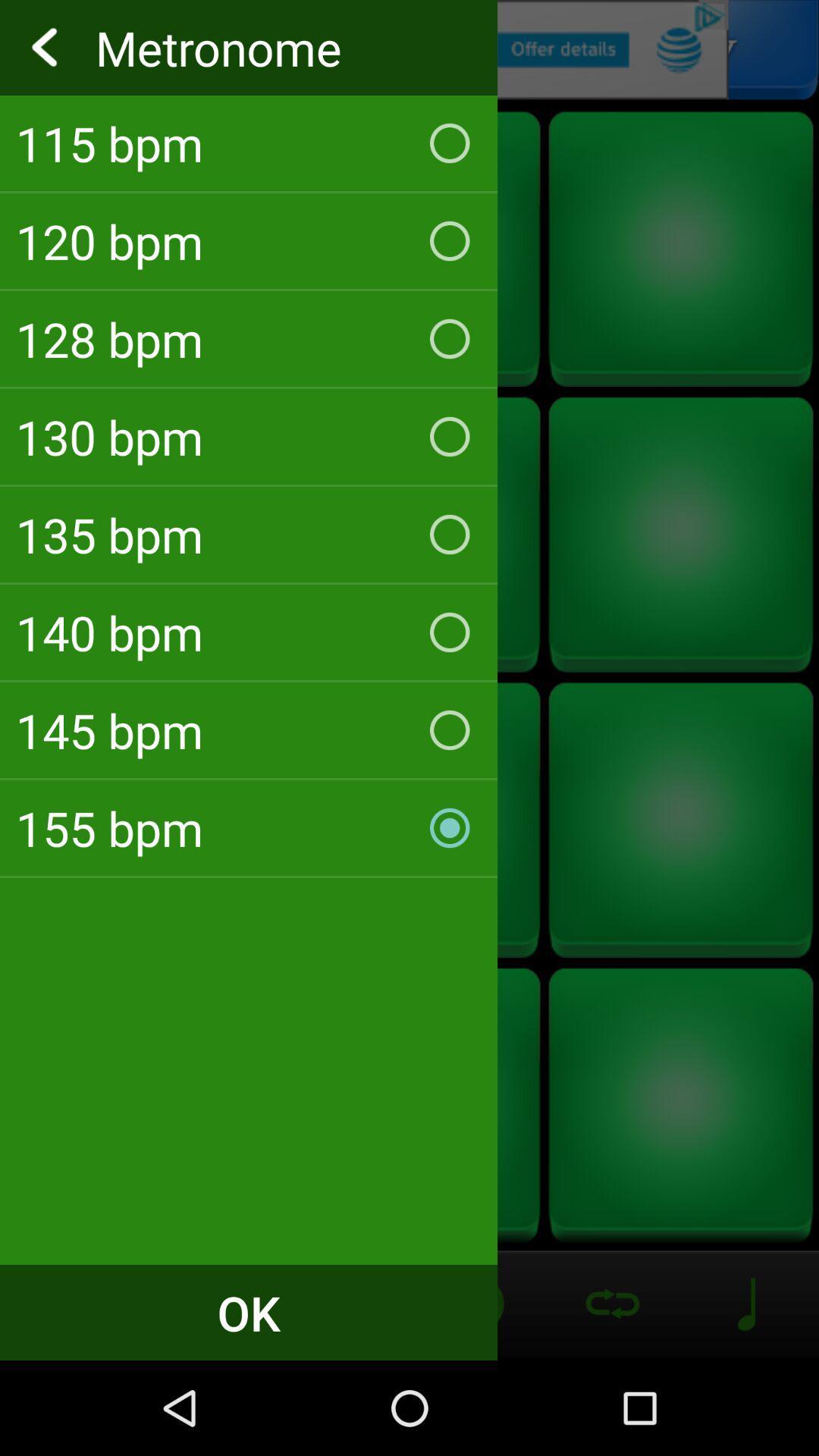 This screenshot has width=819, height=1456. I want to click on the 120 bpm icon, so click(248, 240).